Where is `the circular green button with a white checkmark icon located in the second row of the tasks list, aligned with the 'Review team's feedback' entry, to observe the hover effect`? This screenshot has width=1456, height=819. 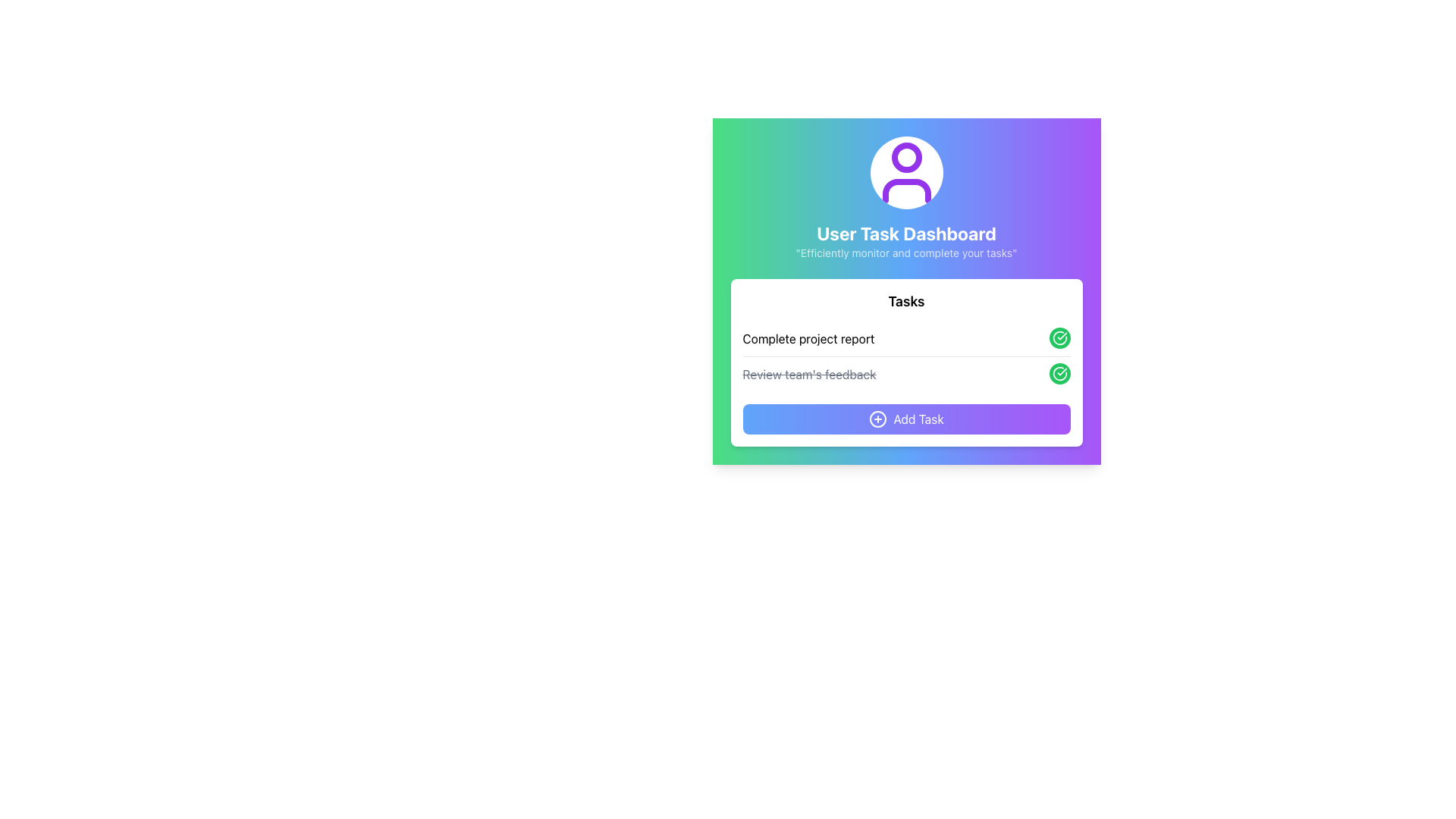
the circular green button with a white checkmark icon located in the second row of the tasks list, aligned with the 'Review team's feedback' entry, to observe the hover effect is located at coordinates (1059, 374).